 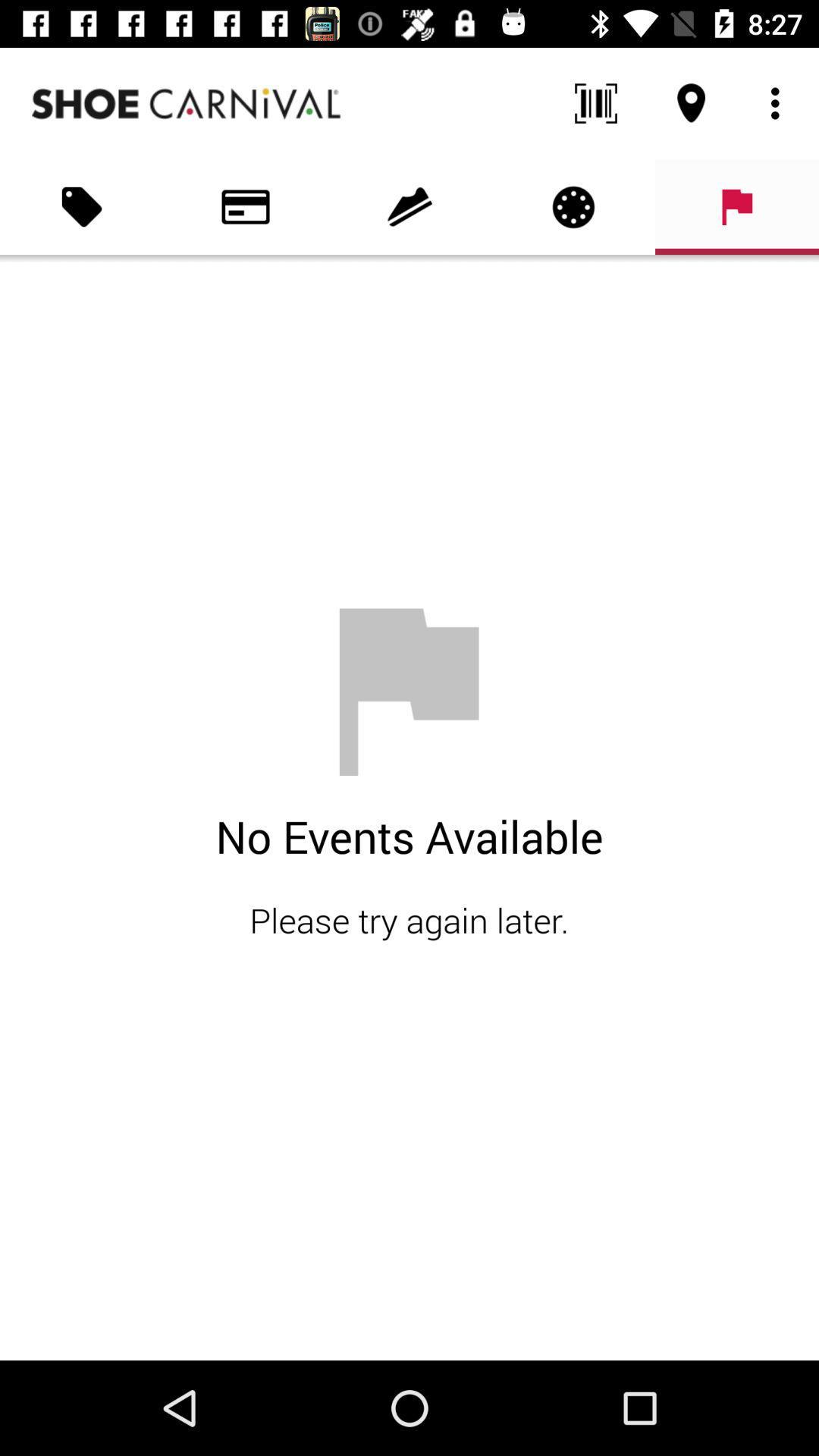 I want to click on the third image below shoe carnival text, so click(x=409, y=206).